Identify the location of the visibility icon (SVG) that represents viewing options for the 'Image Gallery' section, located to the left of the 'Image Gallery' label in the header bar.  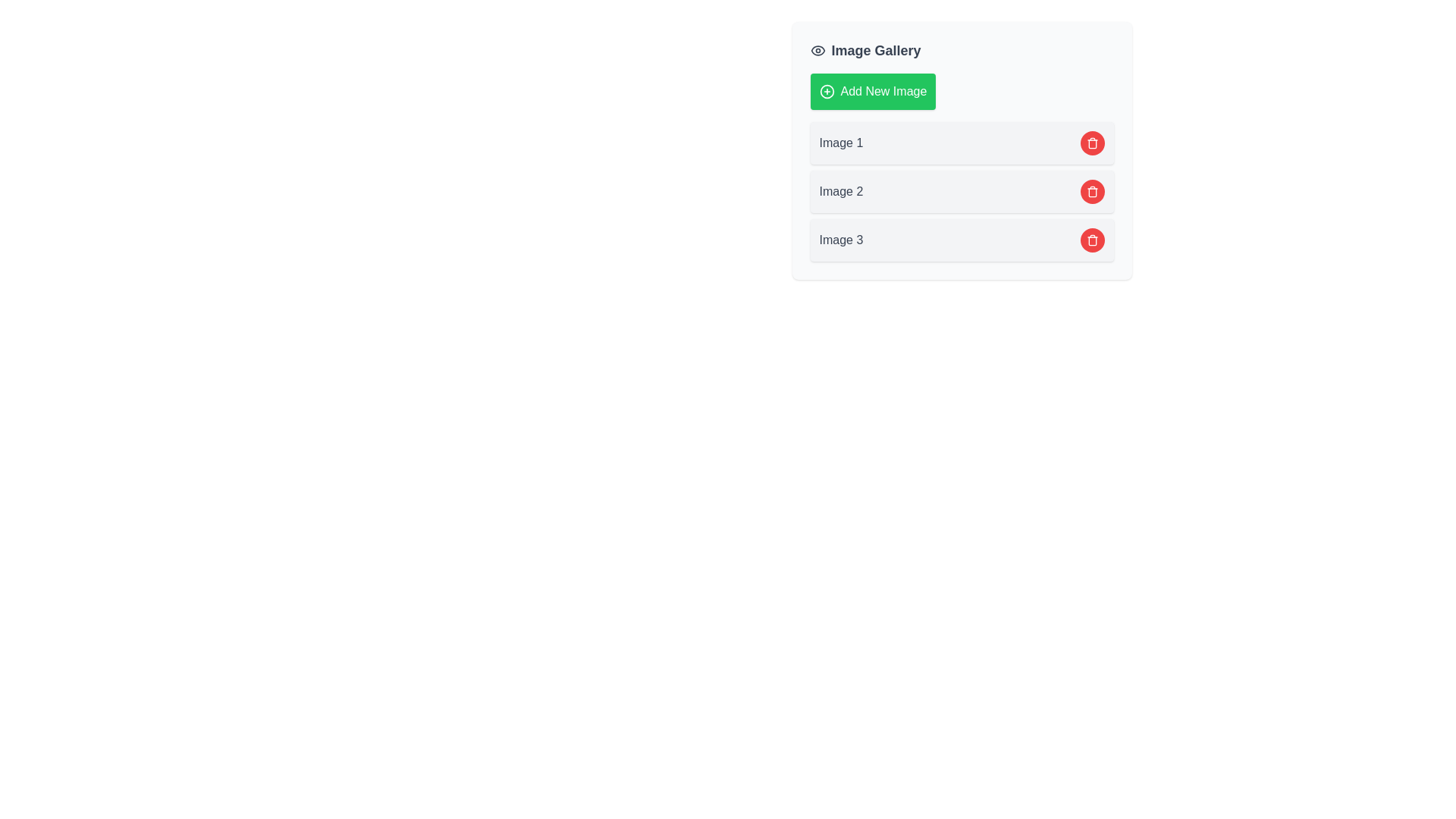
(817, 49).